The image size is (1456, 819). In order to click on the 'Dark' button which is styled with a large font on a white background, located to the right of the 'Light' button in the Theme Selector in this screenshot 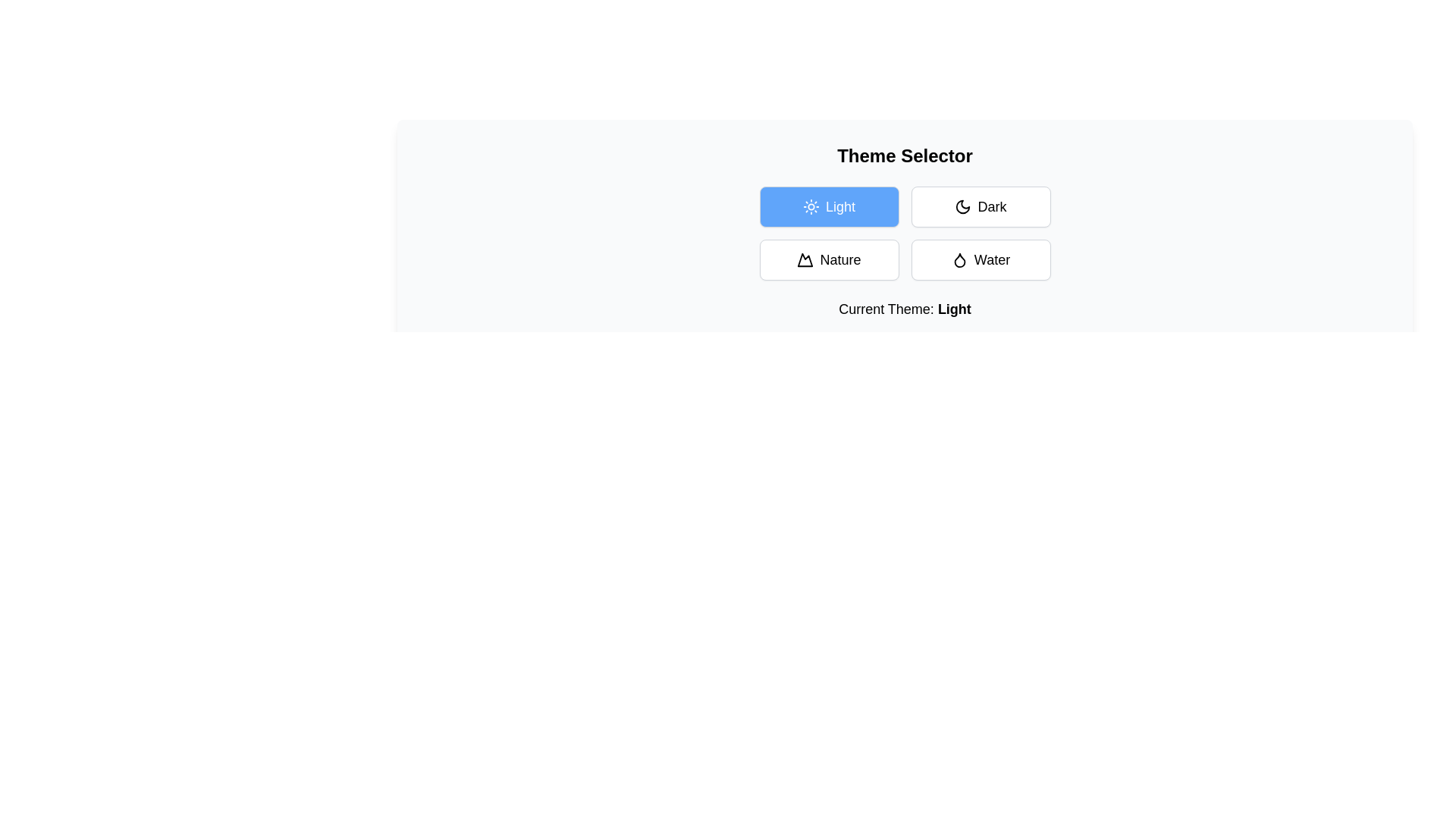, I will do `click(992, 207)`.